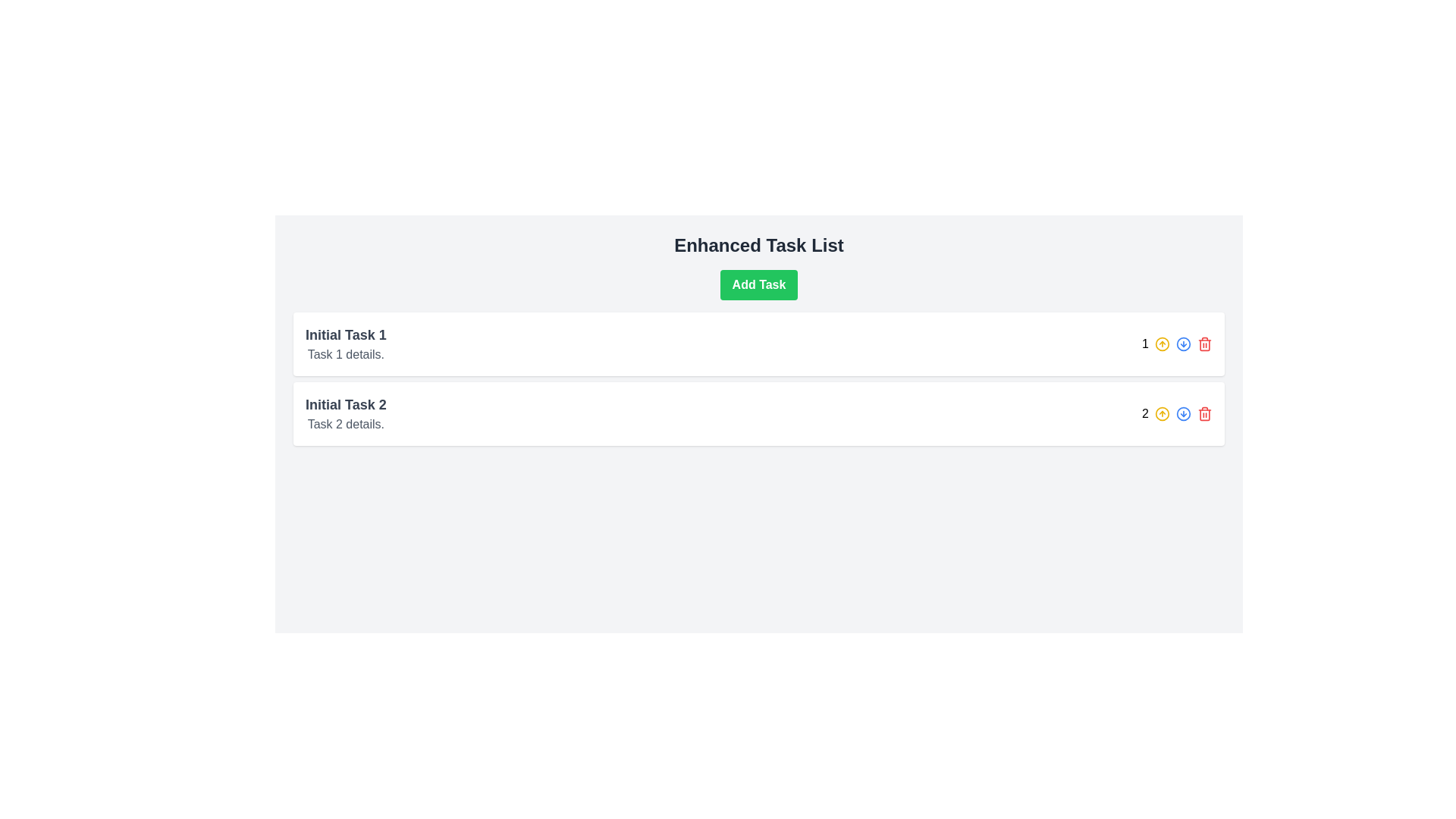  I want to click on the button to increase the priority of the task labeled '2', which is the first interactive icon in the horizontal row for the second task in the task list, so click(1161, 414).